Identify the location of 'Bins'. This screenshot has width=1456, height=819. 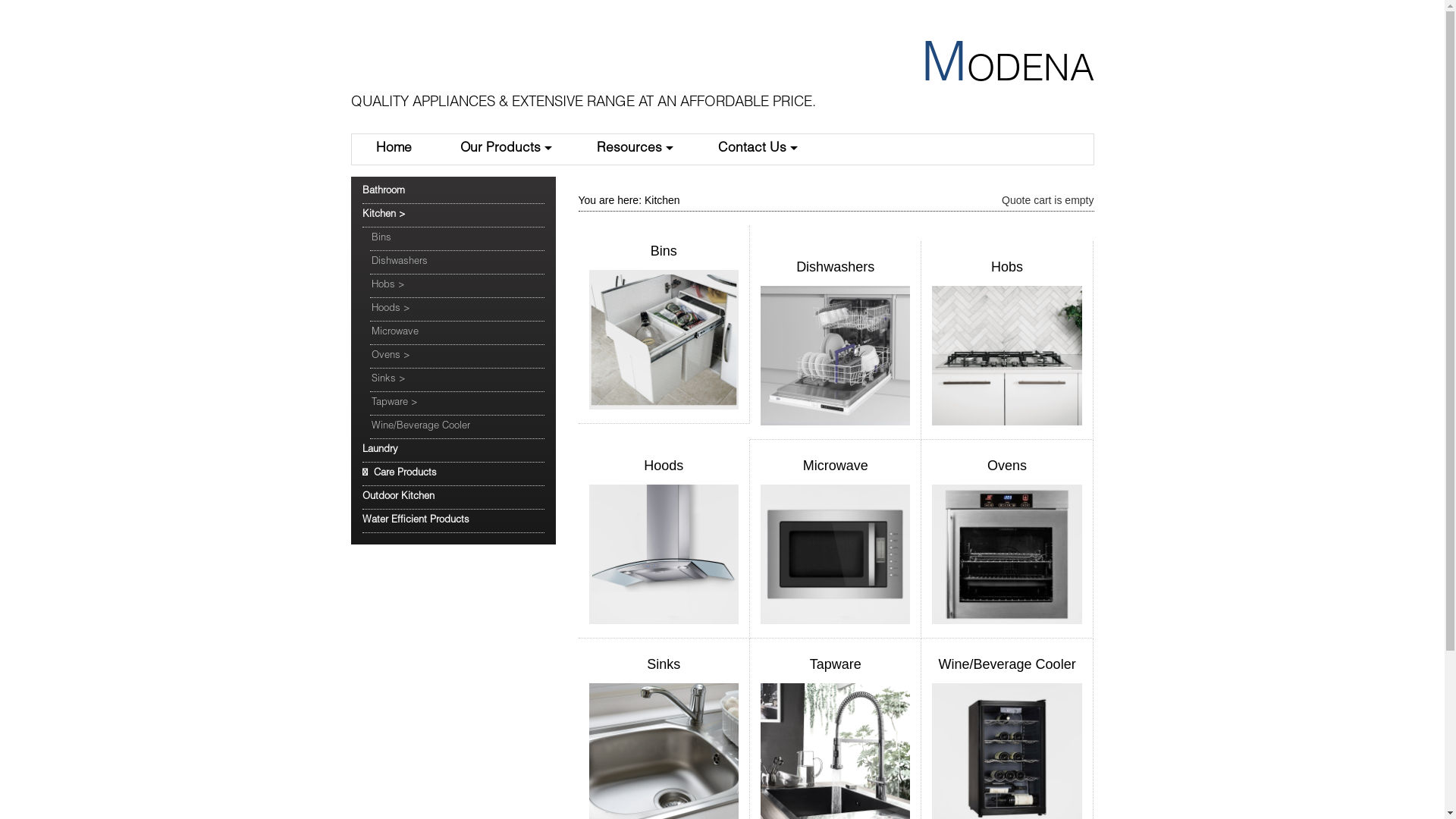
(664, 250).